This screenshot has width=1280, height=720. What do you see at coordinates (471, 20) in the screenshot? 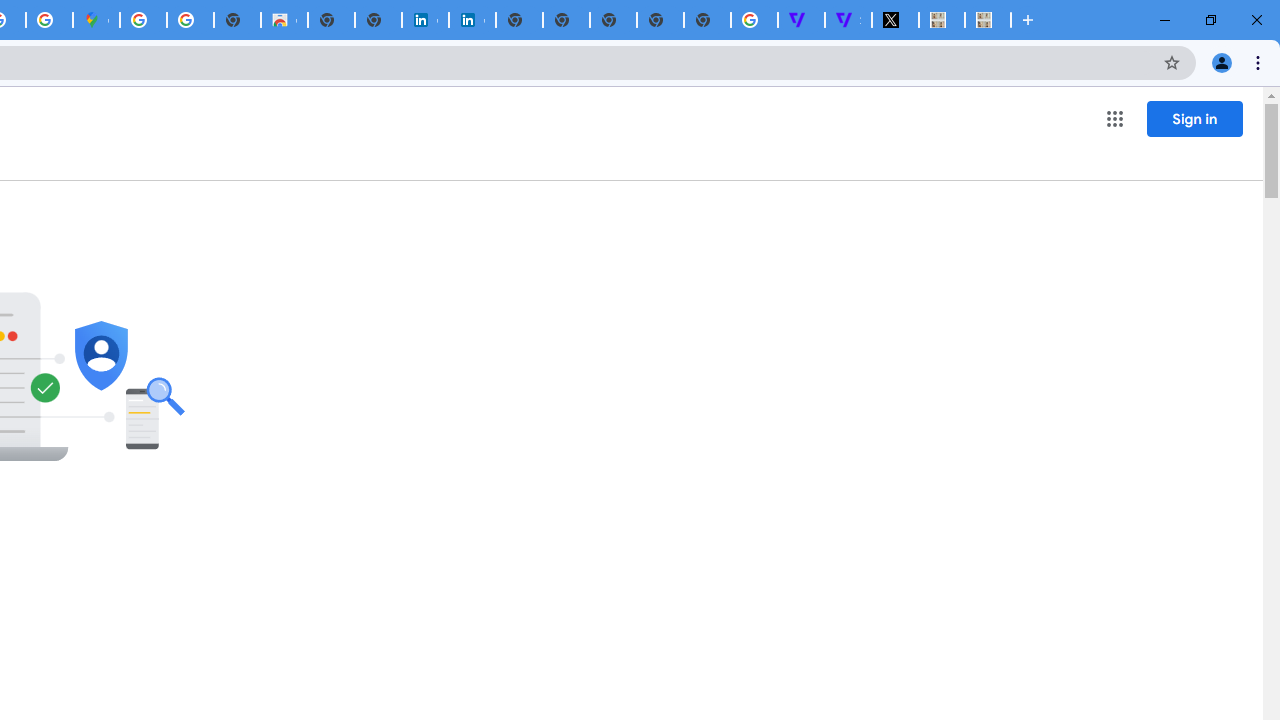
I see `'Cookie Policy | LinkedIn'` at bounding box center [471, 20].